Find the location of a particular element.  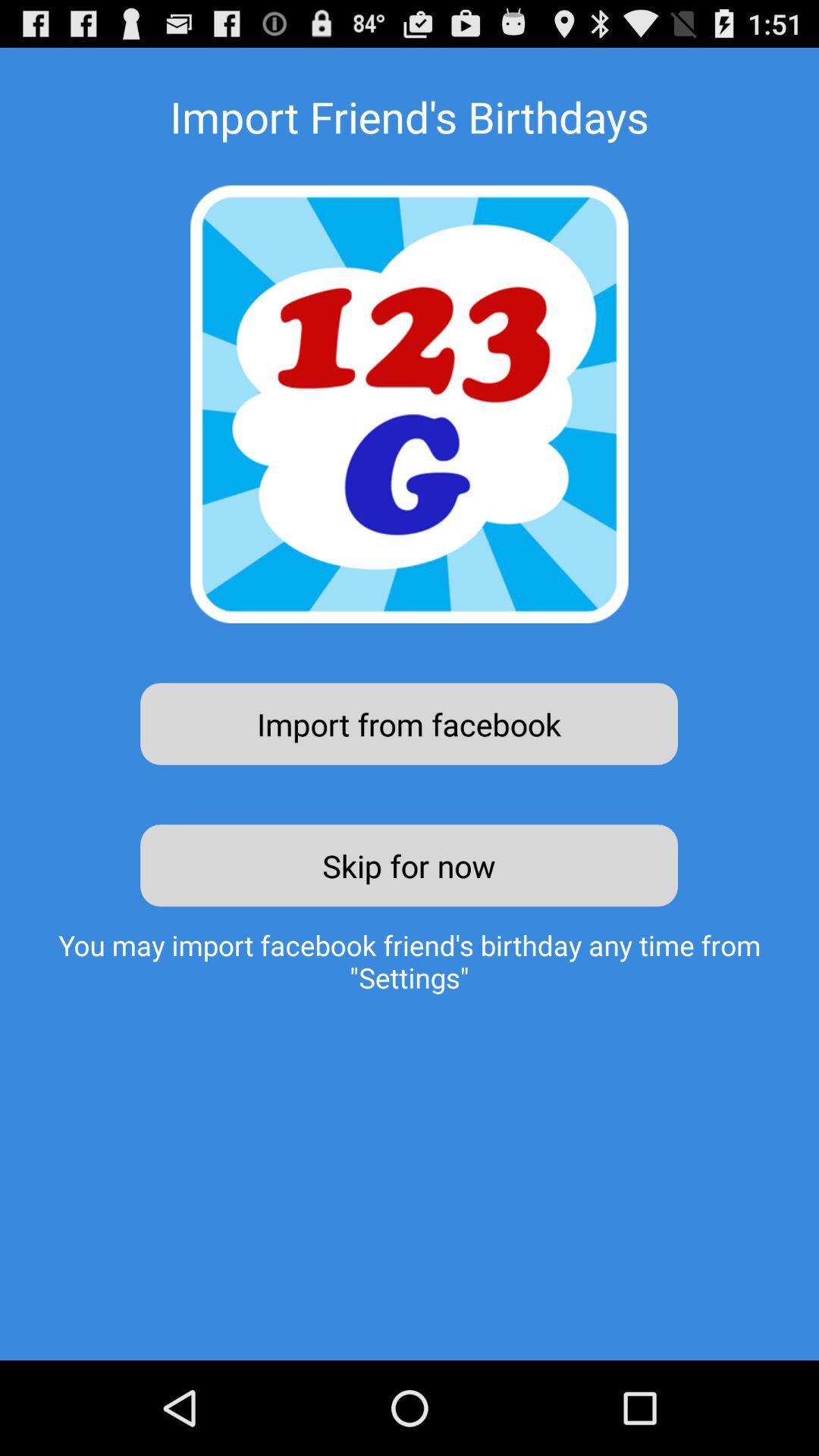

the skip for now icon is located at coordinates (408, 865).